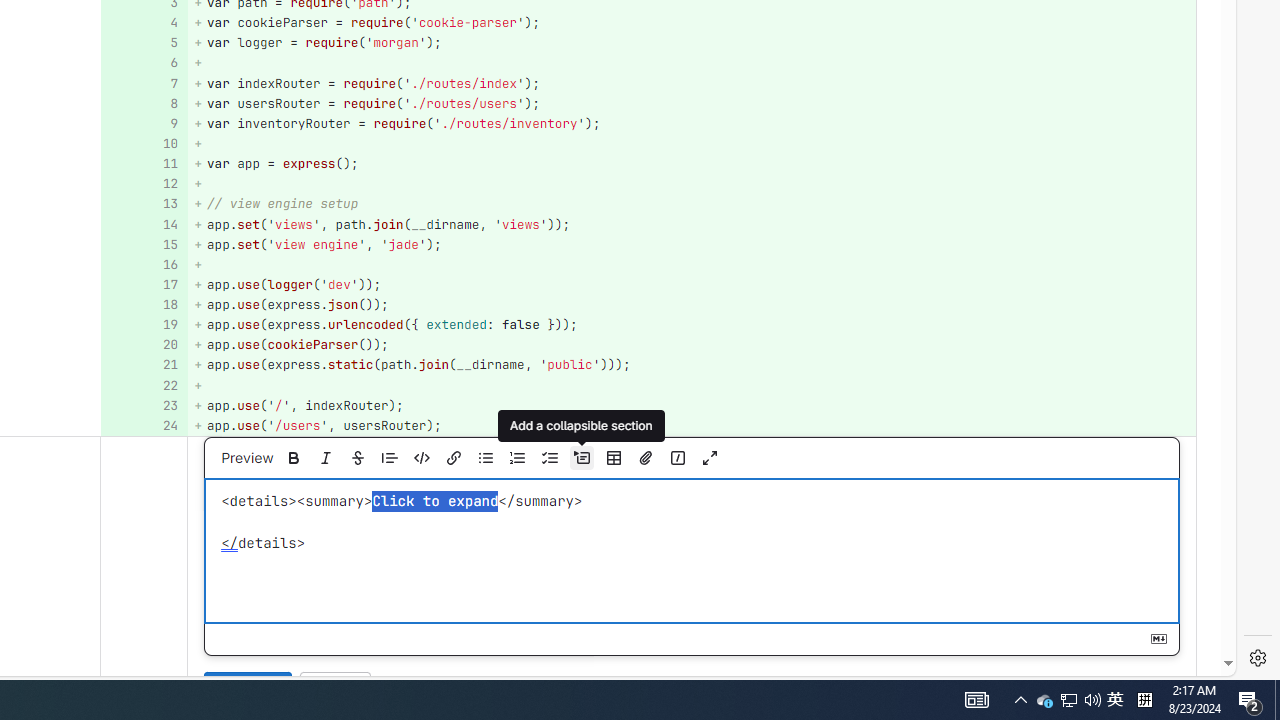 The height and width of the screenshot is (720, 1280). Describe the element at coordinates (141, 62) in the screenshot. I see `'6'` at that location.